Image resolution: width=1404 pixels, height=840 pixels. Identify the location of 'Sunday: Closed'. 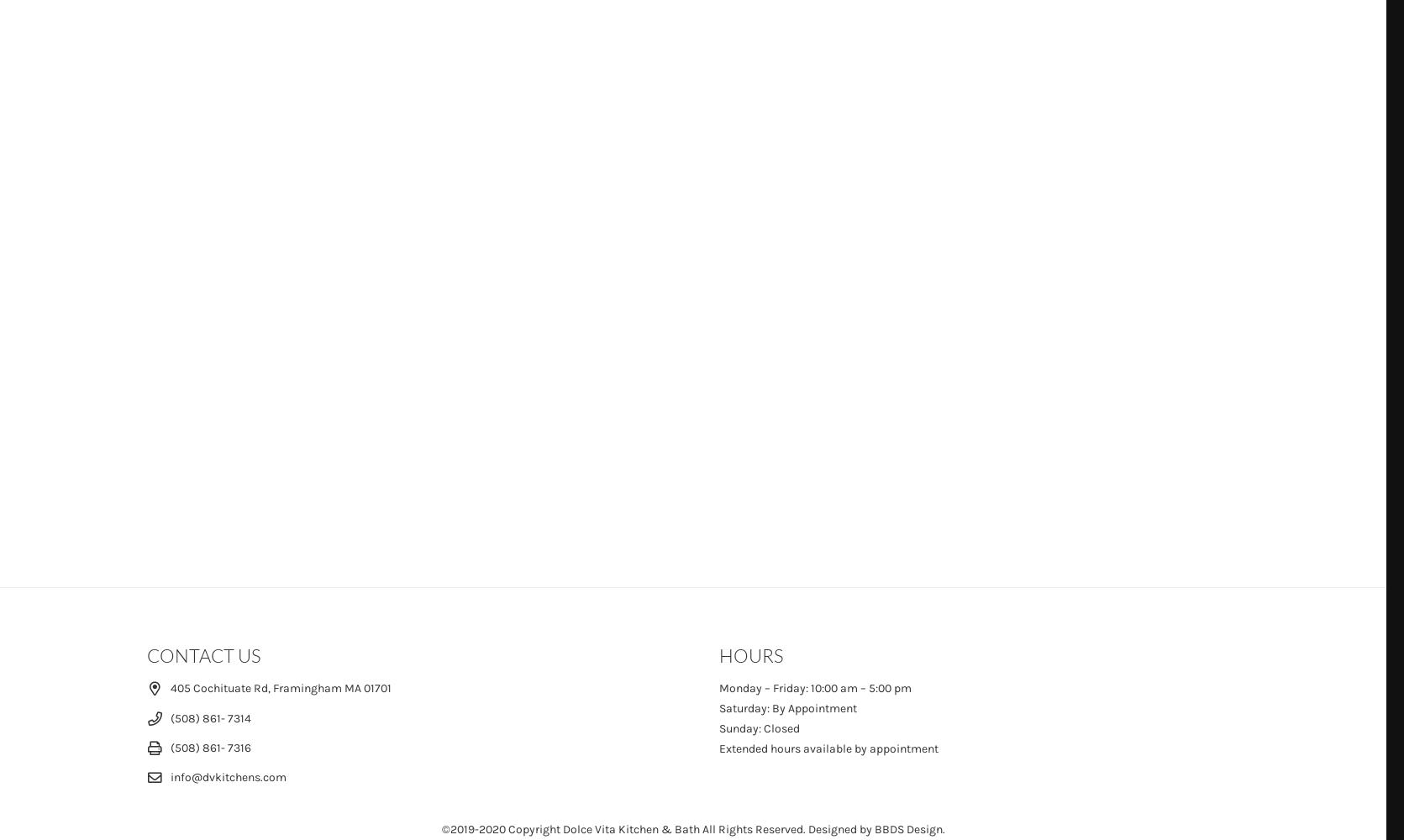
(718, 727).